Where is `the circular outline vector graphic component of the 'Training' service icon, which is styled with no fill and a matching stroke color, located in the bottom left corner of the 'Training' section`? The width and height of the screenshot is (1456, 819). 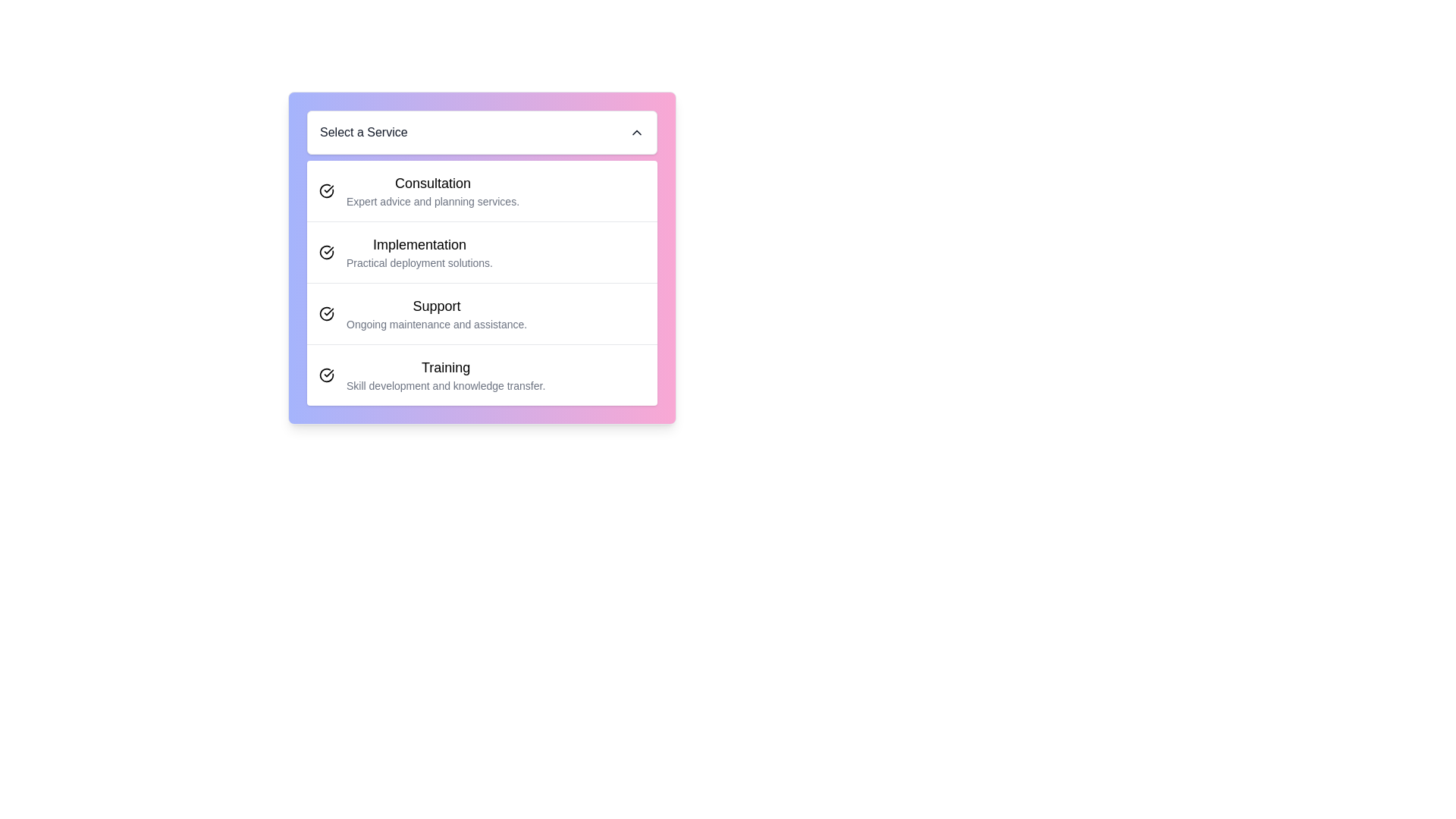
the circular outline vector graphic component of the 'Training' service icon, which is styled with no fill and a matching stroke color, located in the bottom left corner of the 'Training' section is located at coordinates (326, 375).